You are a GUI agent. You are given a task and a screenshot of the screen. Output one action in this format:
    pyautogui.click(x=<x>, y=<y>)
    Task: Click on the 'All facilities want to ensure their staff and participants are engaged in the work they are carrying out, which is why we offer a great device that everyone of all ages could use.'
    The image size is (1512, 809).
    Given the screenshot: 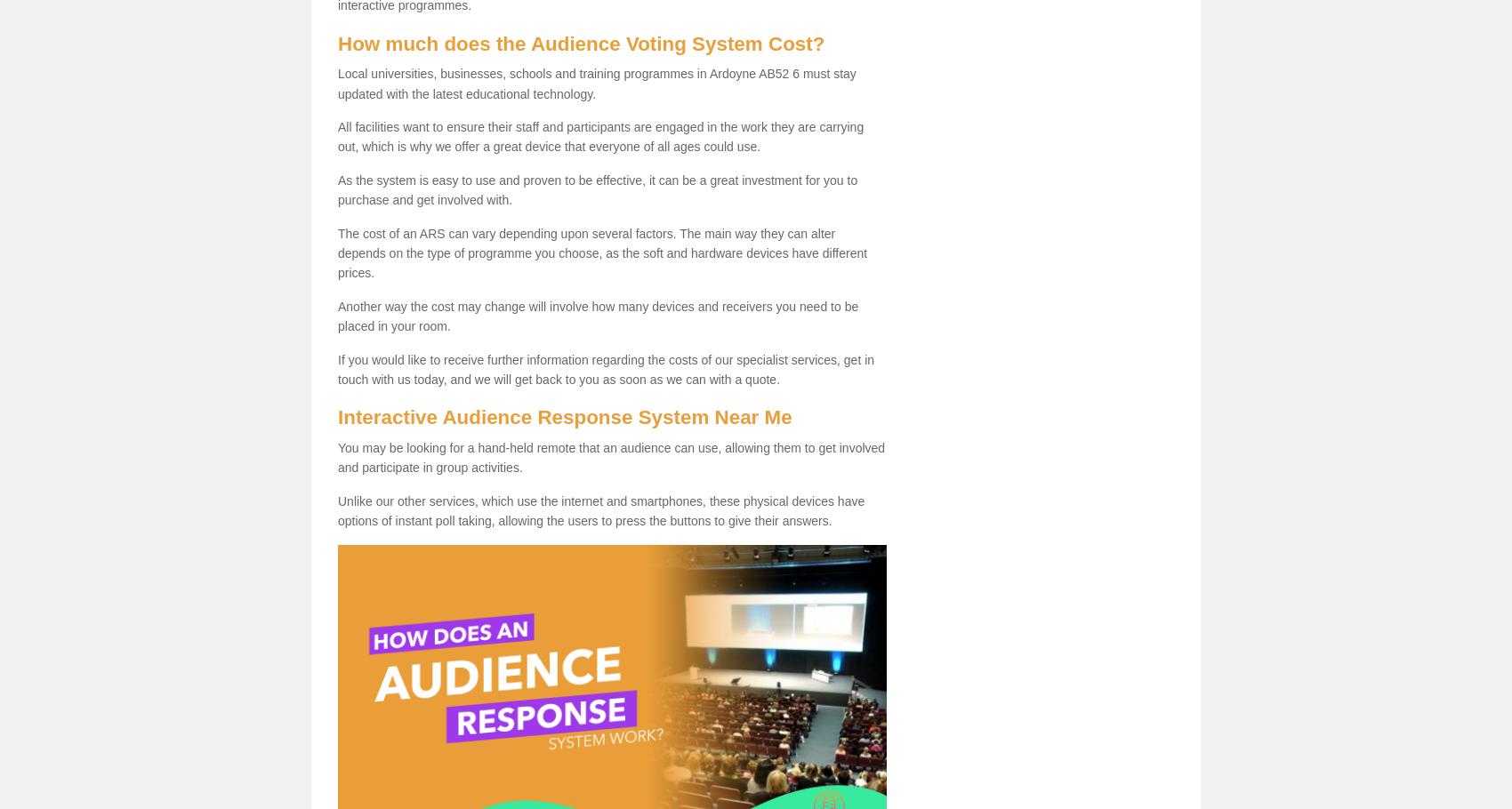 What is the action you would take?
    pyautogui.click(x=336, y=135)
    